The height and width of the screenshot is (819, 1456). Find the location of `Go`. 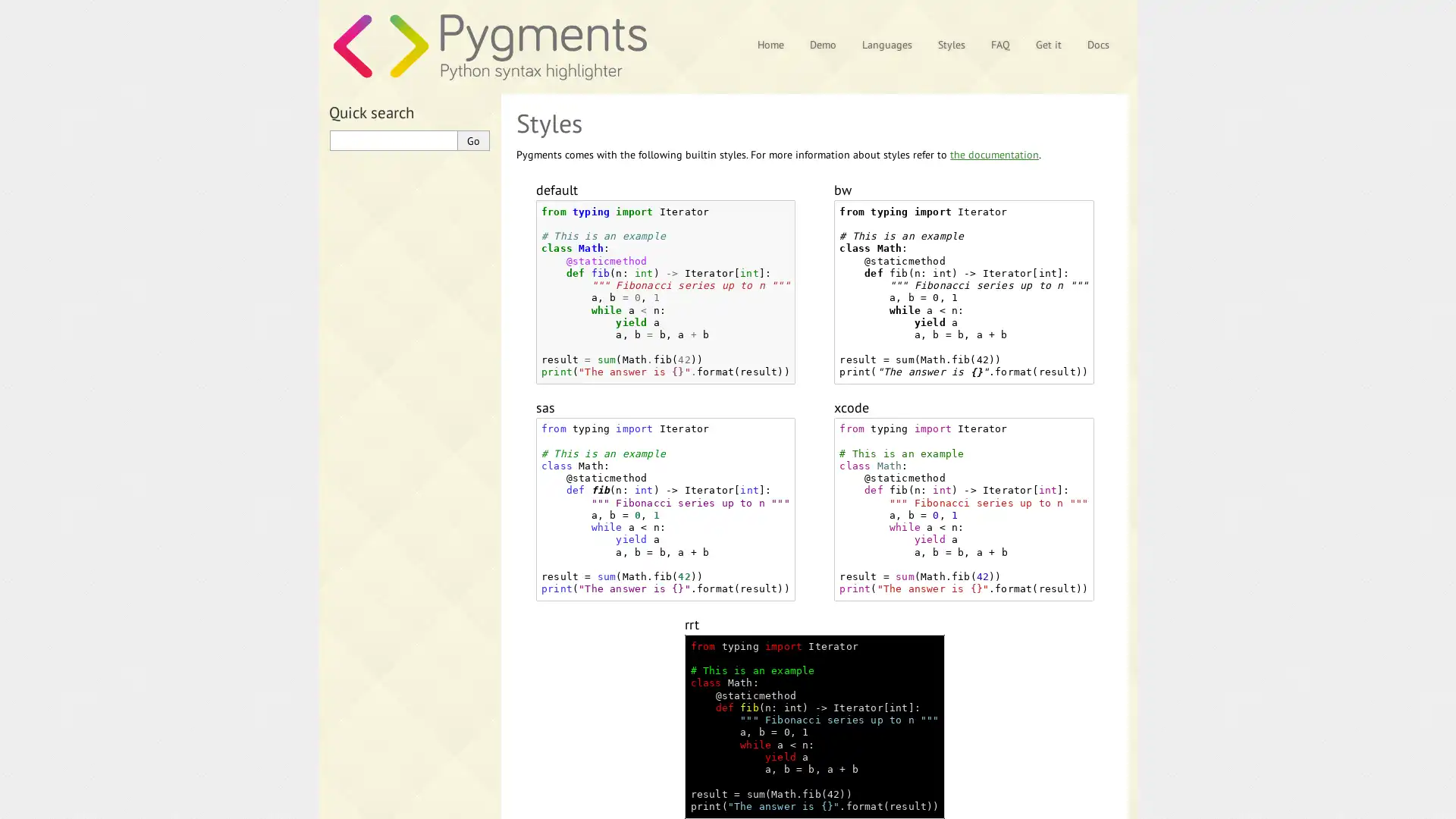

Go is located at coordinates (472, 140).